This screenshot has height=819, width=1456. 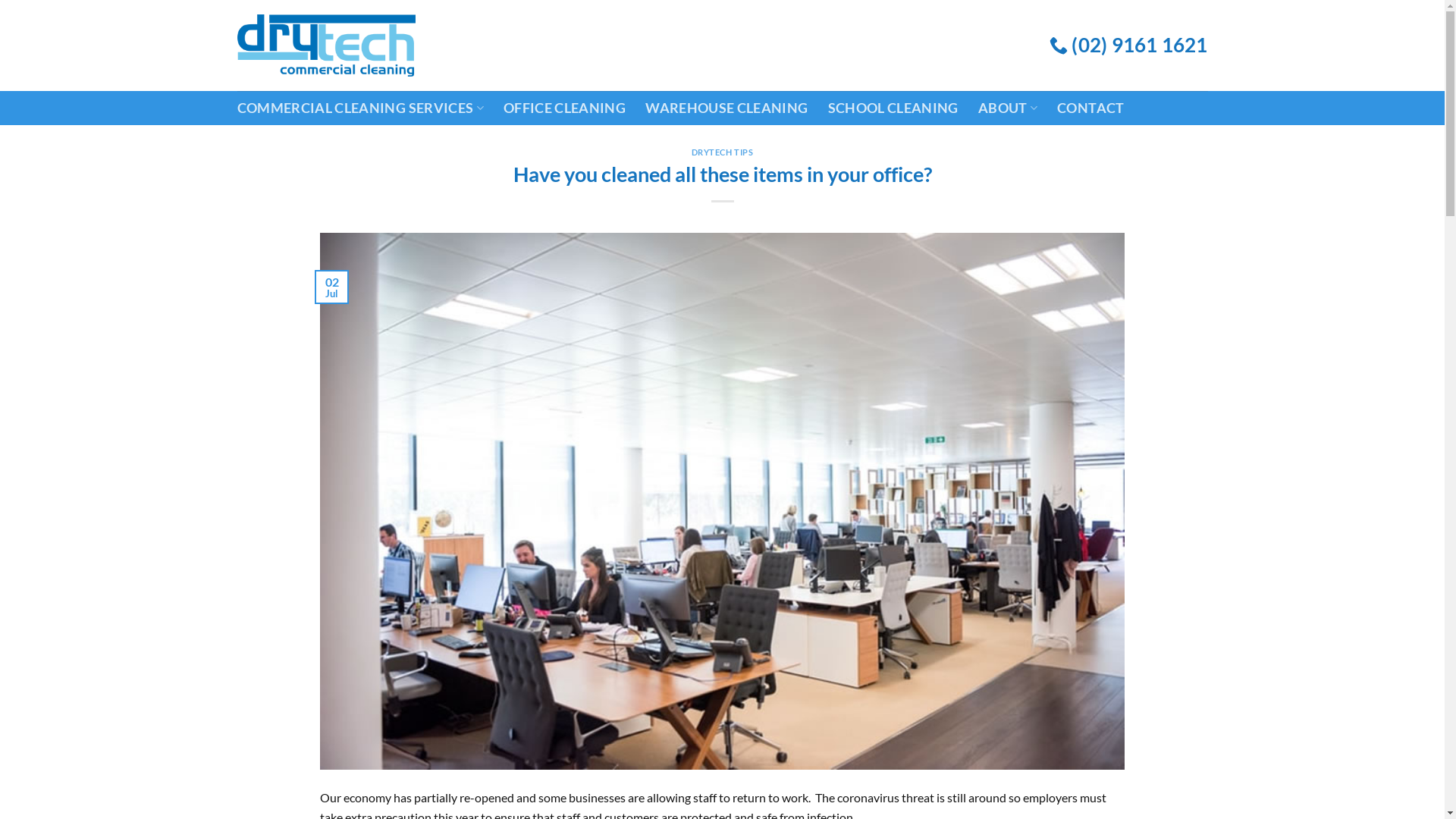 What do you see at coordinates (1008, 107) in the screenshot?
I see `'ABOUT'` at bounding box center [1008, 107].